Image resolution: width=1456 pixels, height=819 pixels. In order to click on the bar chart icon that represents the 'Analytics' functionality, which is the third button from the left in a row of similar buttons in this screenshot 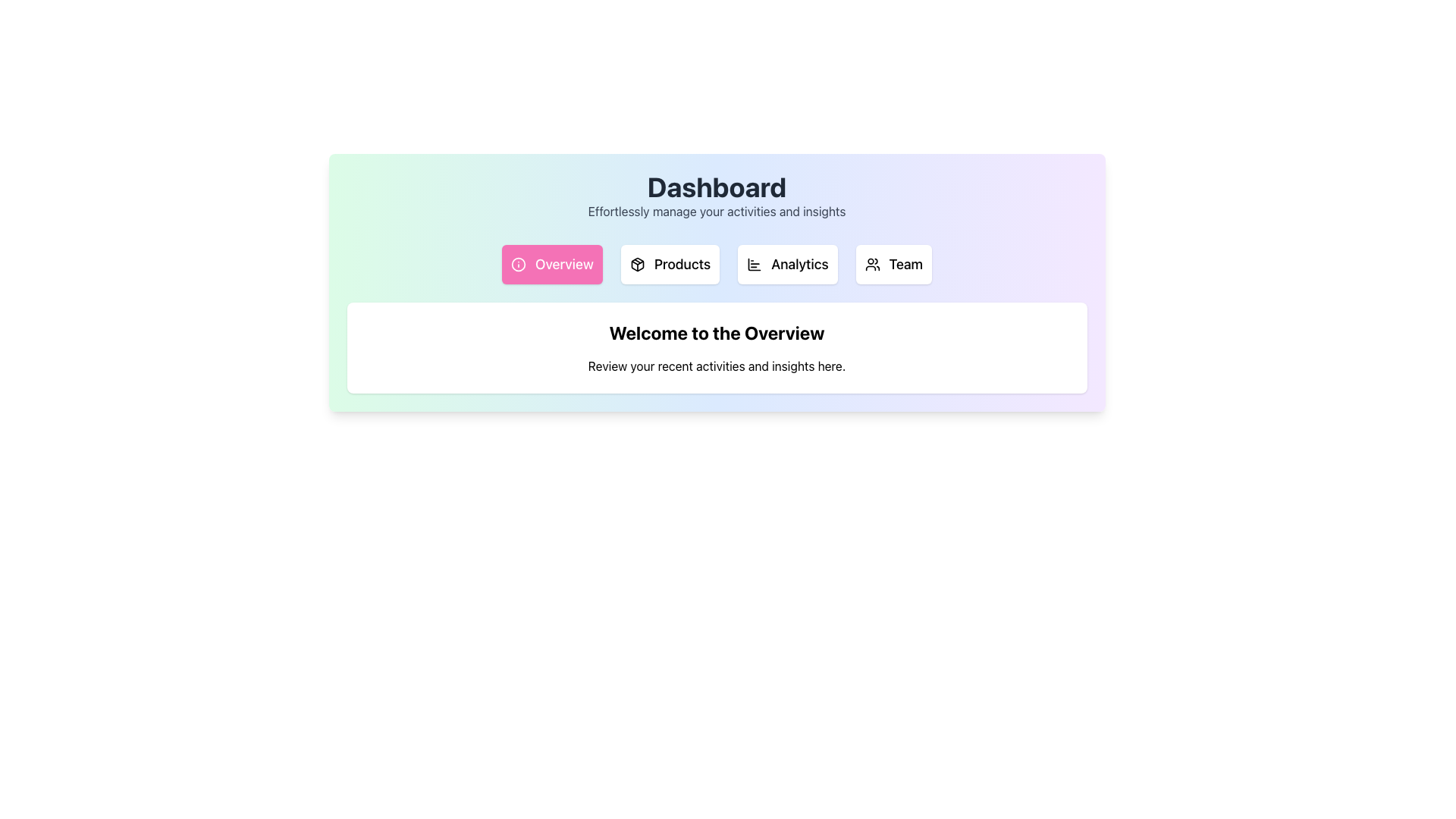, I will do `click(755, 263)`.